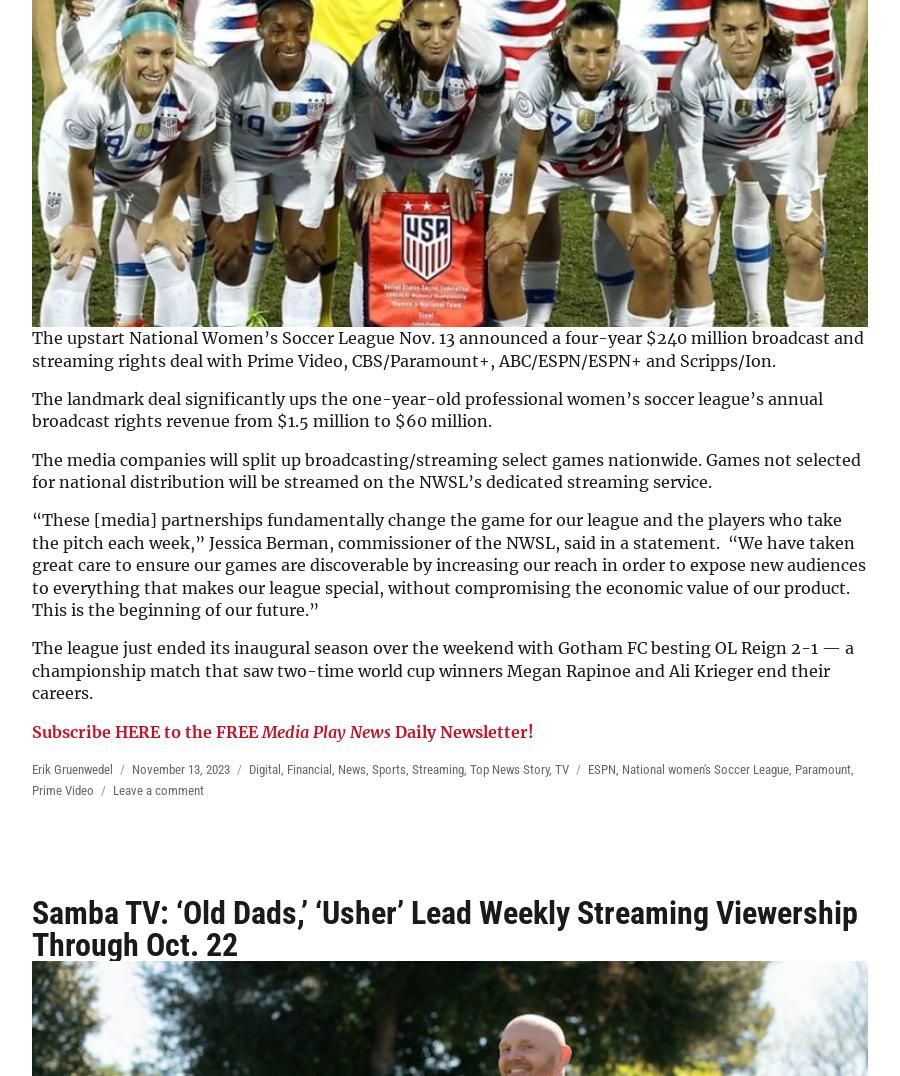 The width and height of the screenshot is (900, 1076). Describe the element at coordinates (180, 769) in the screenshot. I see `'November 13, 2023'` at that location.